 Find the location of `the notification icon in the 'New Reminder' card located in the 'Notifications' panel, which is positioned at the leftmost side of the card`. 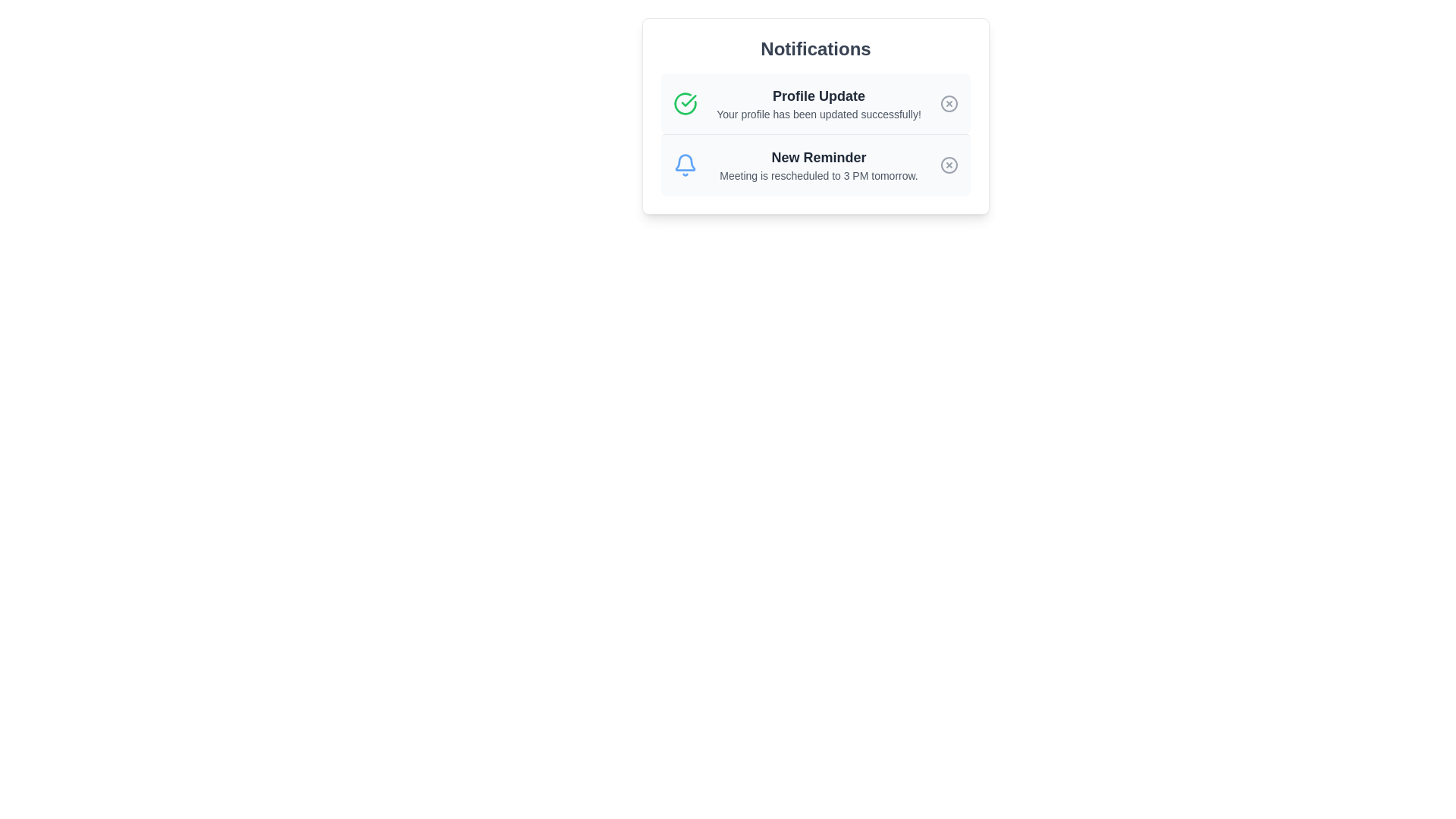

the notification icon in the 'New Reminder' card located in the 'Notifications' panel, which is positioned at the leftmost side of the card is located at coordinates (684, 162).